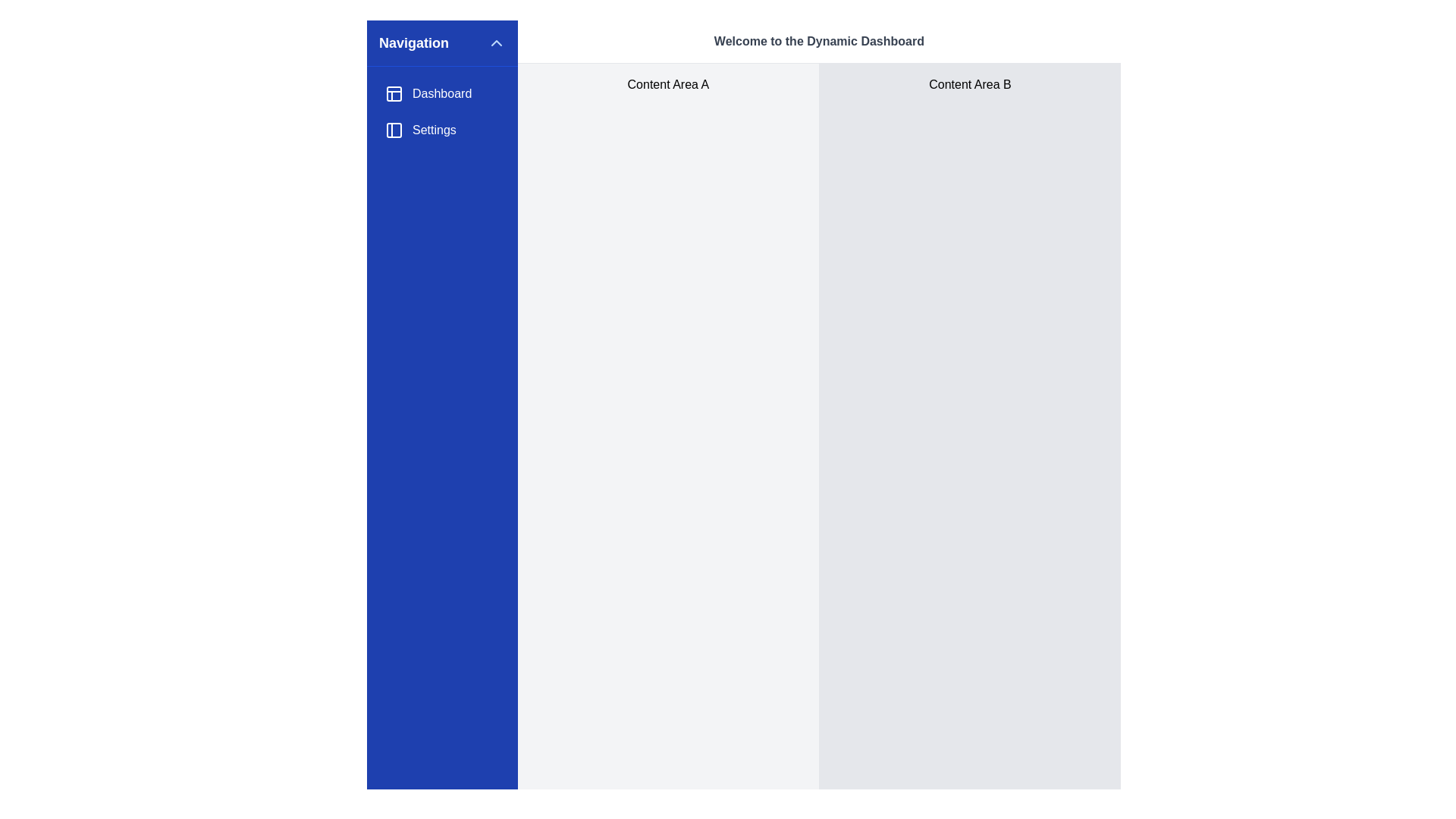 The width and height of the screenshot is (1456, 819). I want to click on the small rectangular Decorative SVG element with rounded corners, located within the vertical navigation bar above a horizontal line and to the left of a vertical line, adjacent to the text 'Dashboard', so click(394, 93).